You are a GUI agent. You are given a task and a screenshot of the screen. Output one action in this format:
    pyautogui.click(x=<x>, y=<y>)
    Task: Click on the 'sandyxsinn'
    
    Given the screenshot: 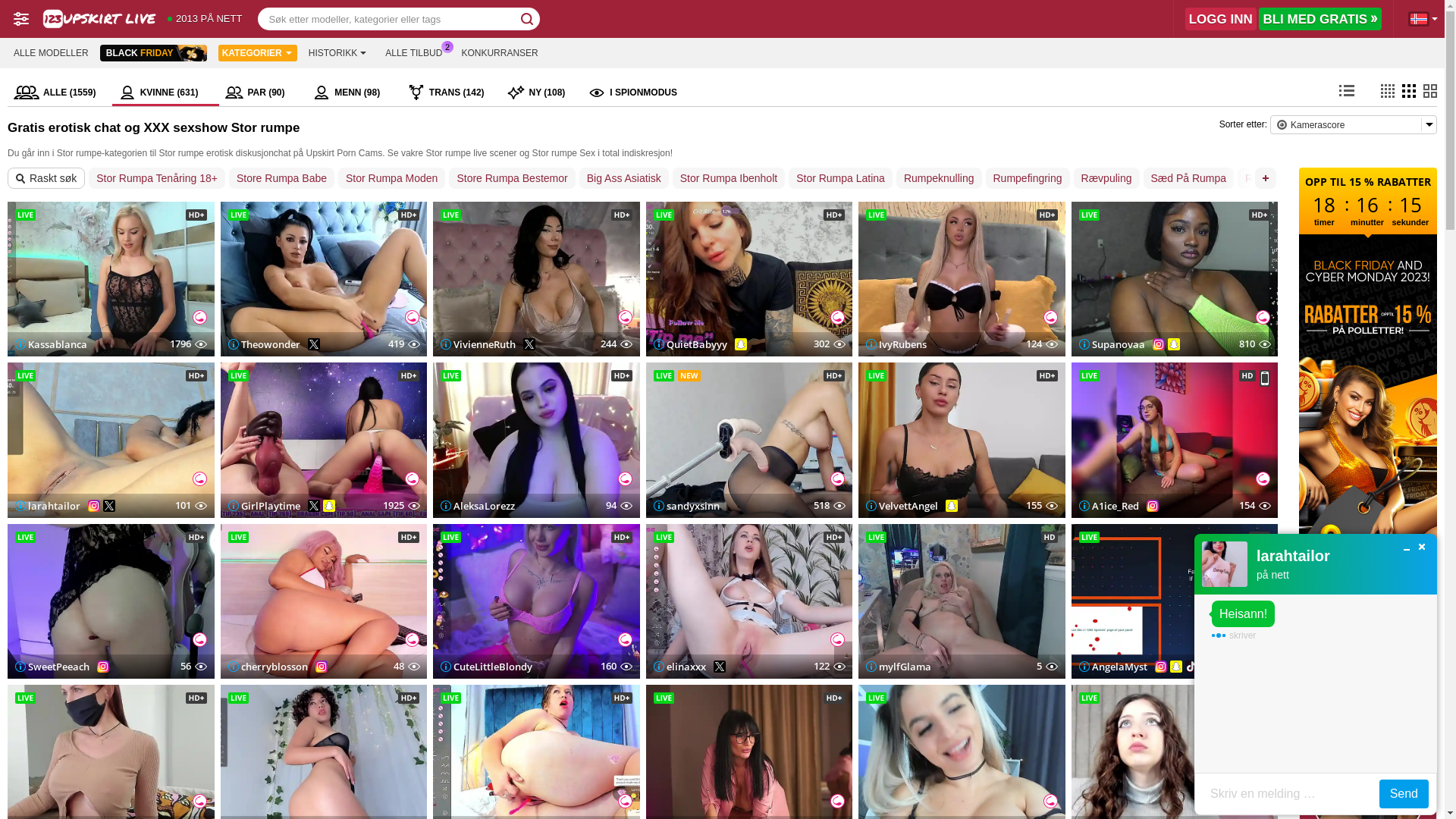 What is the action you would take?
    pyautogui.click(x=686, y=506)
    